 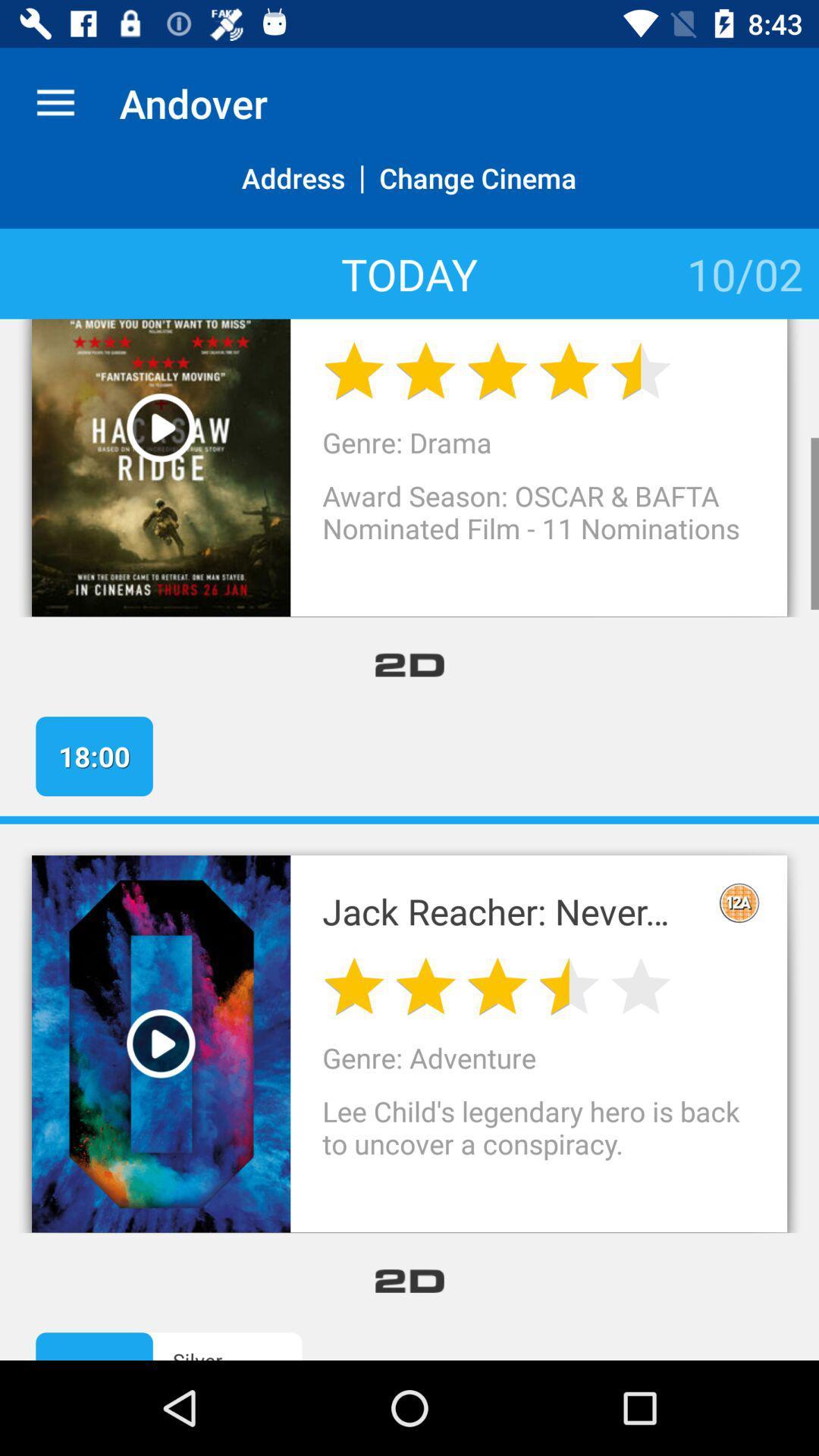 I want to click on the item to the right of the 14:00 item, so click(x=250, y=1354).